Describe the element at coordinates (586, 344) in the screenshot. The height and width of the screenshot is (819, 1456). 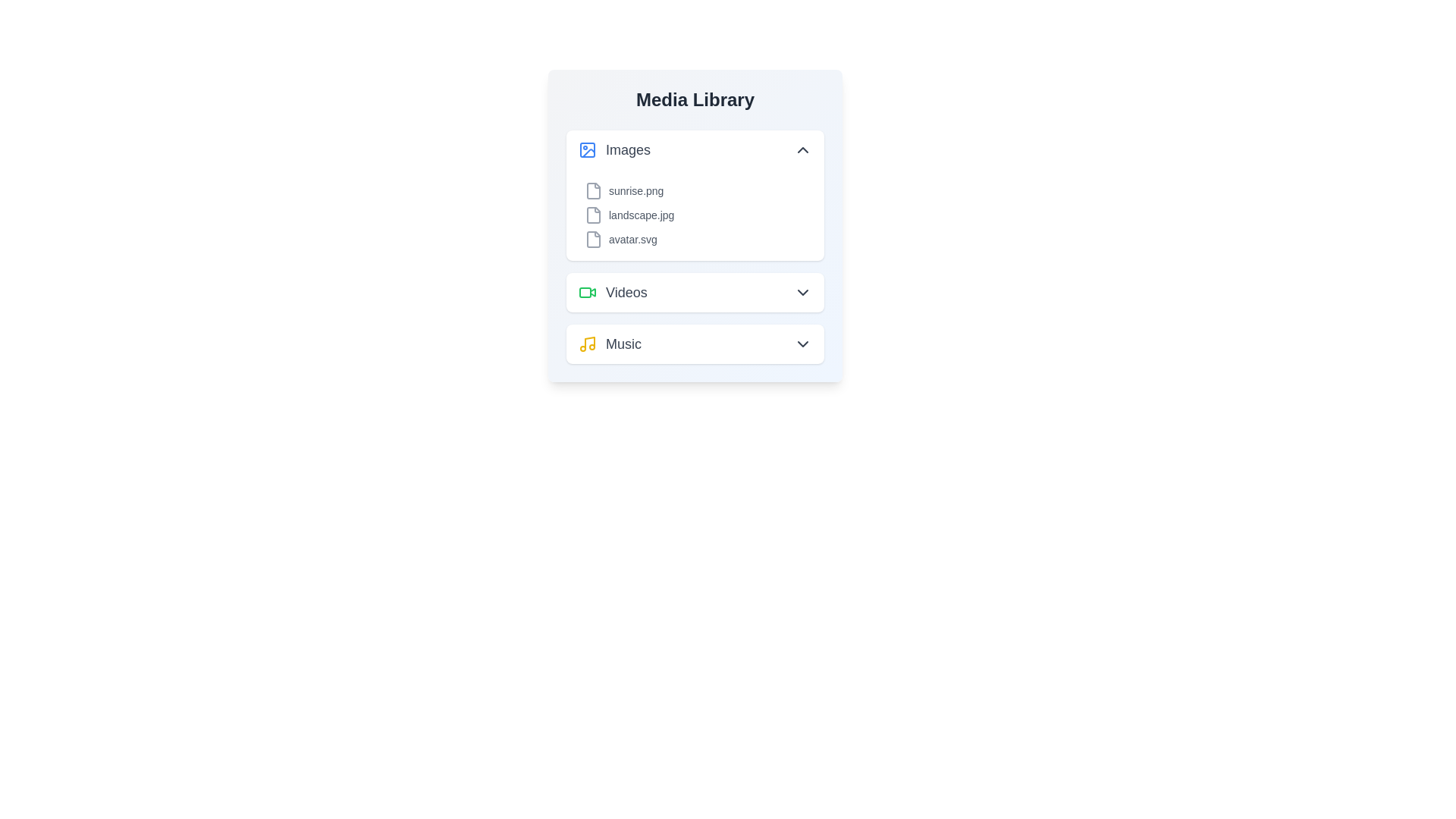
I see `the small yellow music note icon located to the left of the text element 'Music'` at that location.